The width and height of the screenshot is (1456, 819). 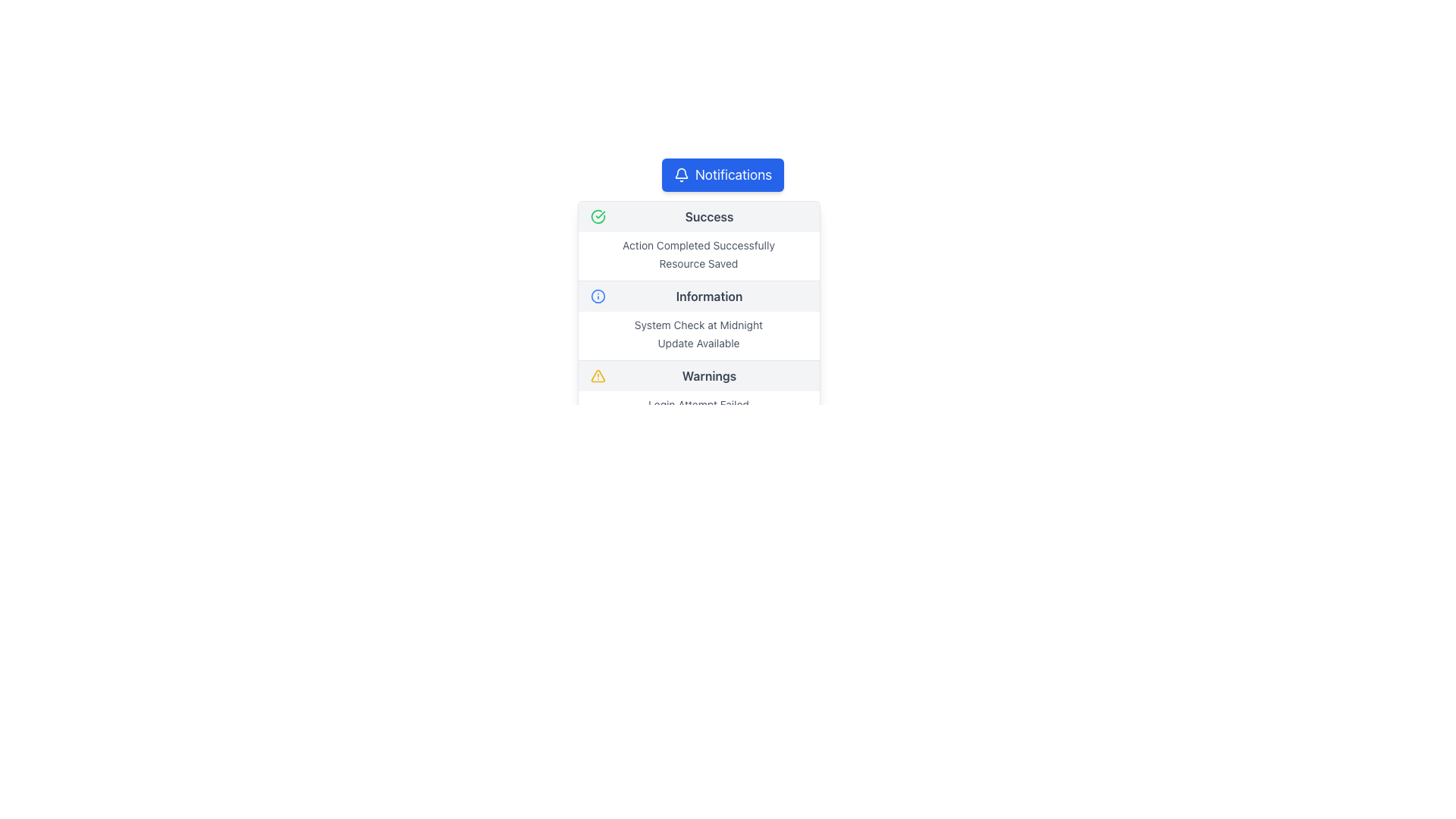 What do you see at coordinates (698, 415) in the screenshot?
I see `the informational message displayed in the 'Warnings' section, which includes the warnings 'Login Attempt Failed' and 'Password Expiration Soon.'` at bounding box center [698, 415].